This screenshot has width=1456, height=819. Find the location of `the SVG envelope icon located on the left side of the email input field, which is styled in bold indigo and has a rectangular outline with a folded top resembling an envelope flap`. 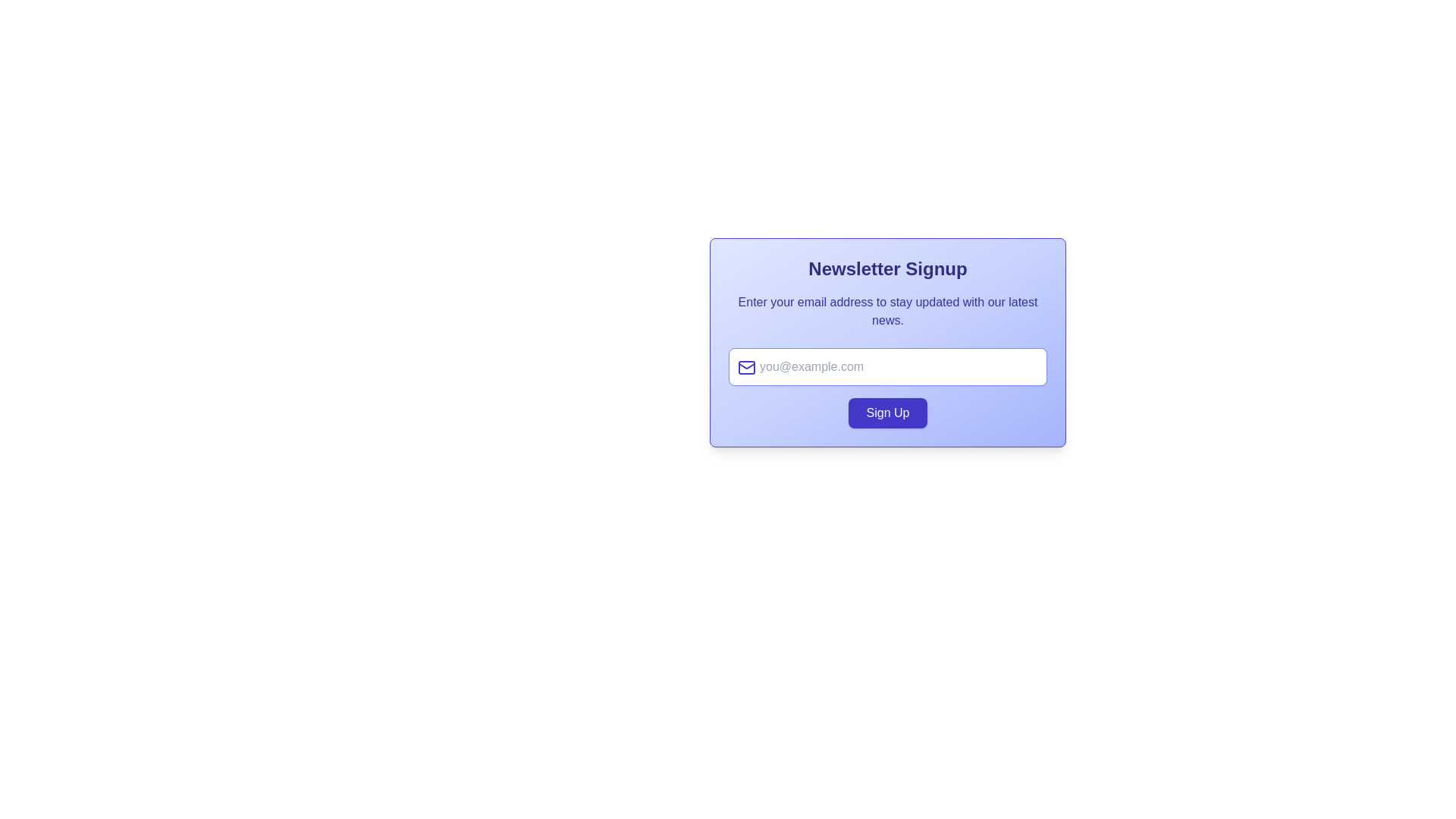

the SVG envelope icon located on the left side of the email input field, which is styled in bold indigo and has a rectangular outline with a folded top resembling an envelope flap is located at coordinates (746, 368).